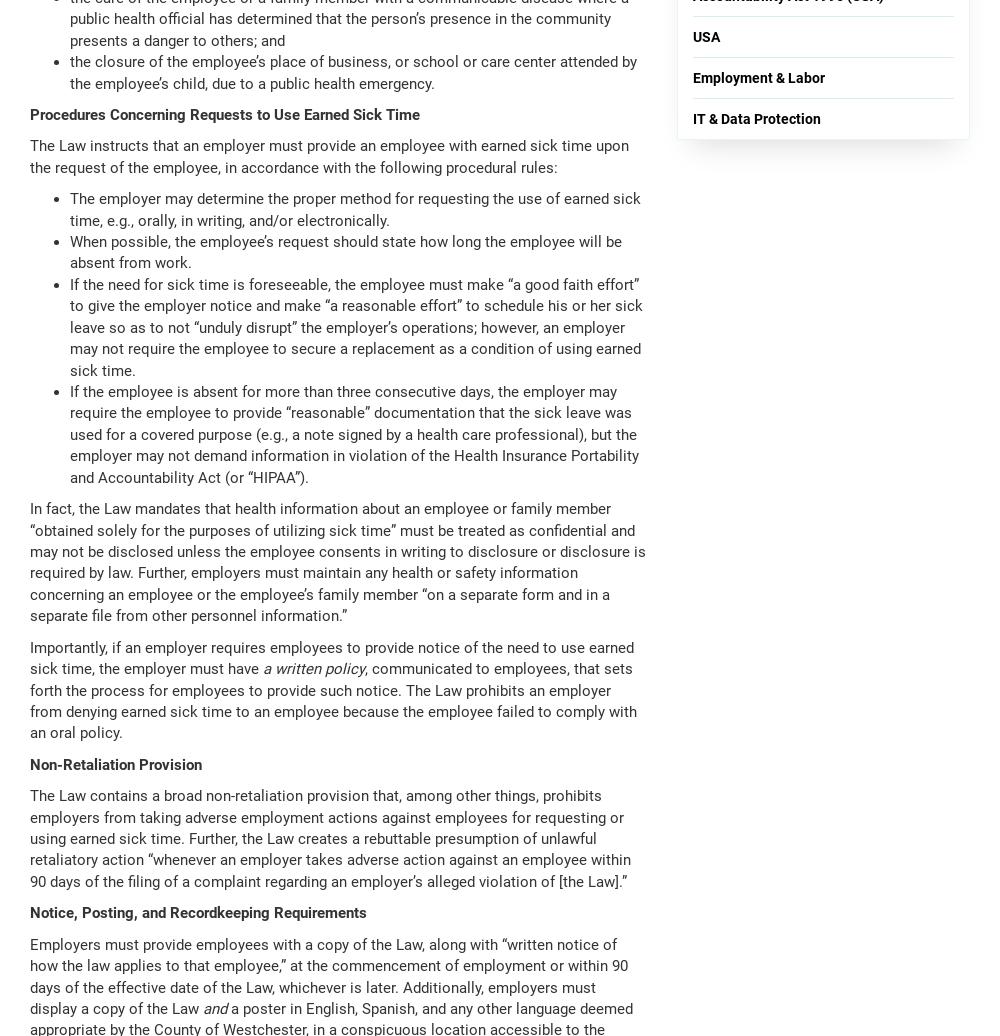 This screenshot has height=1036, width=1000. I want to click on 'the closure of the employee’s place of business, or school or care center attended by the employee’s child, due to a public health emergency.', so click(69, 72).